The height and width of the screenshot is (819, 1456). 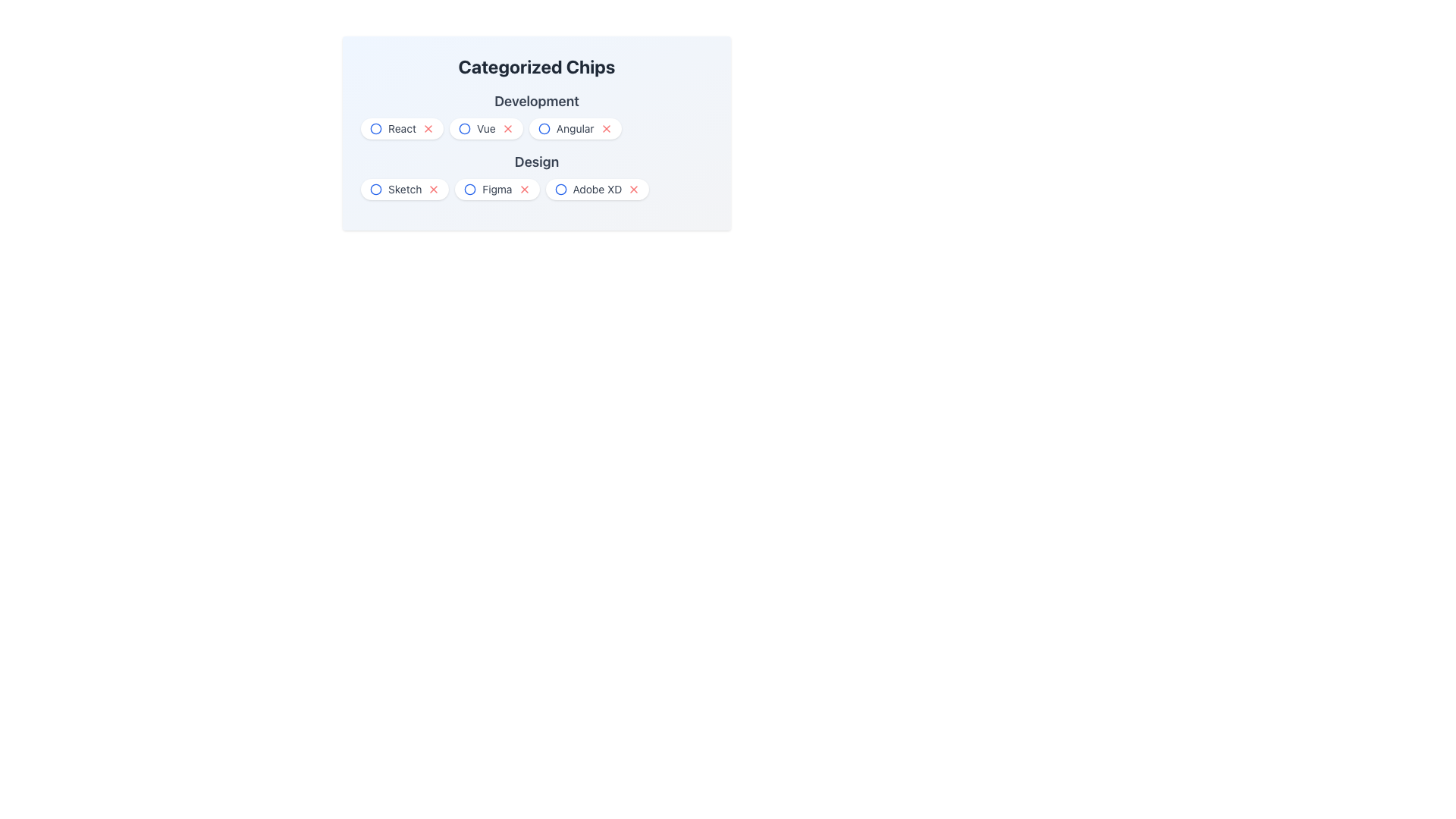 What do you see at coordinates (497, 189) in the screenshot?
I see `the 'Figma' button, which is a rounded rectangular button with a white background, gray text, and a blue symbol on the left, located between 'Sketch' and 'Adobe XD' in the 'Design' category` at bounding box center [497, 189].